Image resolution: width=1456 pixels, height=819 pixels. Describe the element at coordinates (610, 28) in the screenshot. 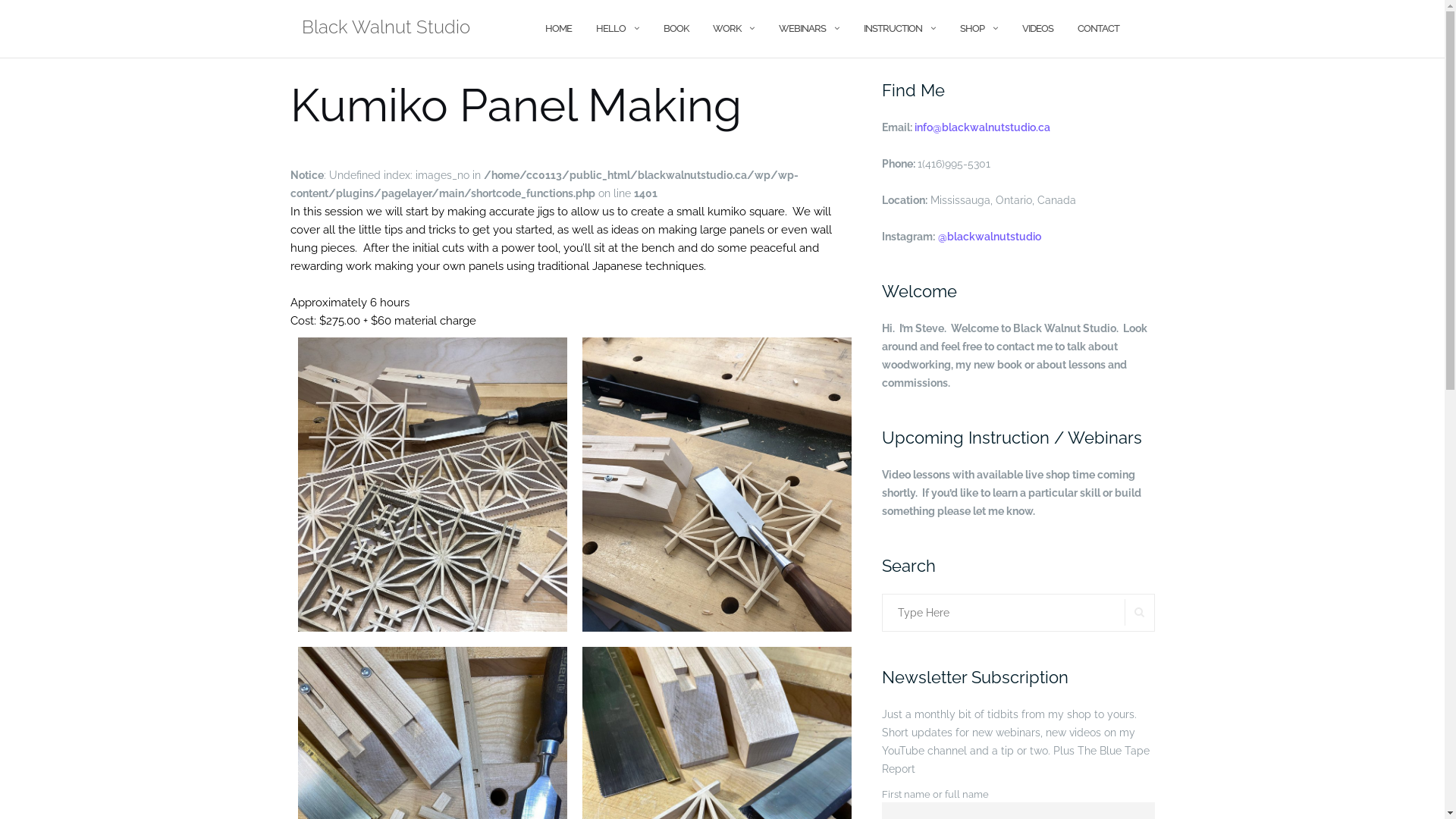

I see `'HELLO'` at that location.